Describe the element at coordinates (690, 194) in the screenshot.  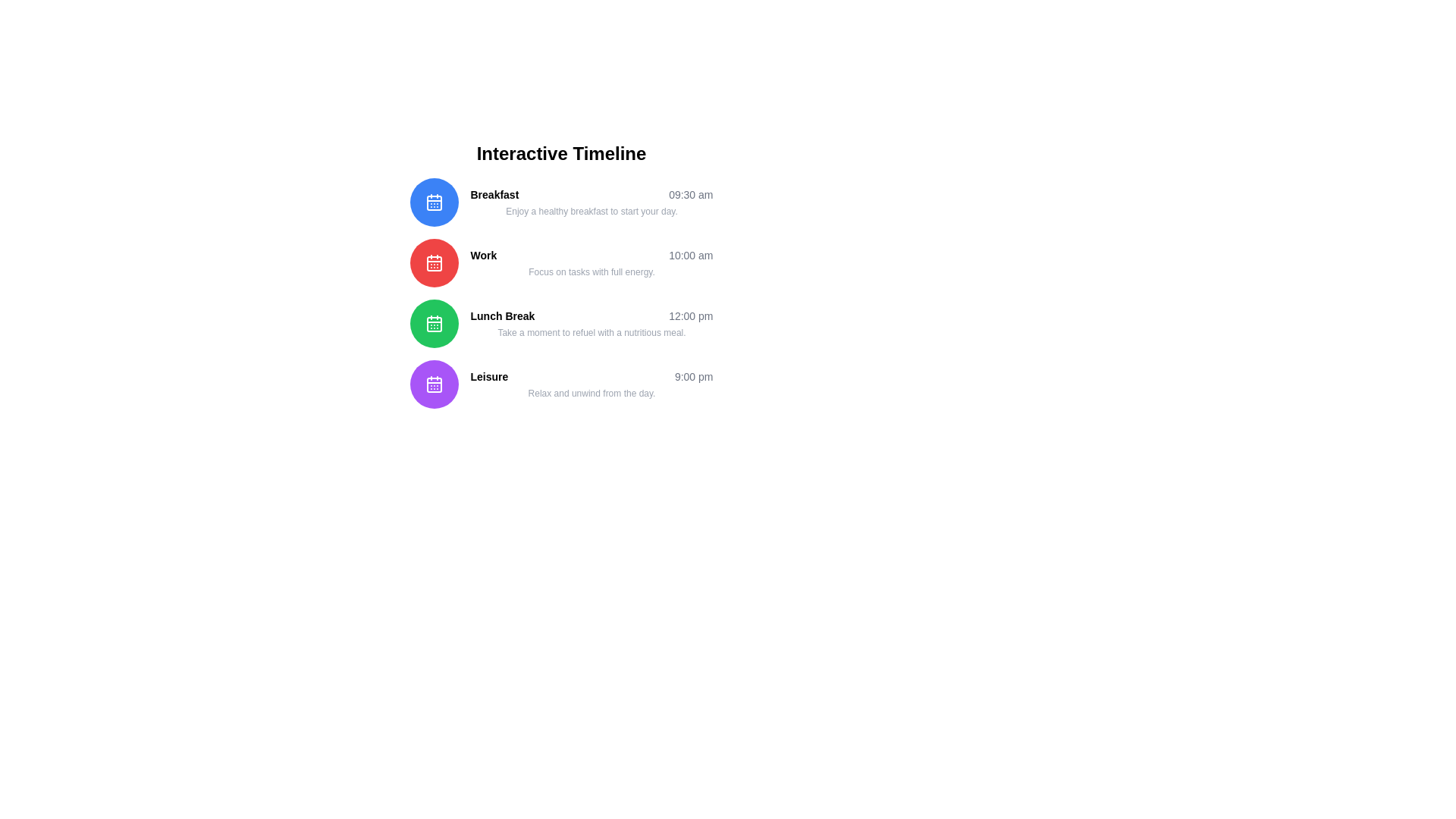
I see `the text label displaying the scheduled time for the 'Breakfast' event, located on the far right side of the 'Breakfast' row in the timeline interface` at that location.